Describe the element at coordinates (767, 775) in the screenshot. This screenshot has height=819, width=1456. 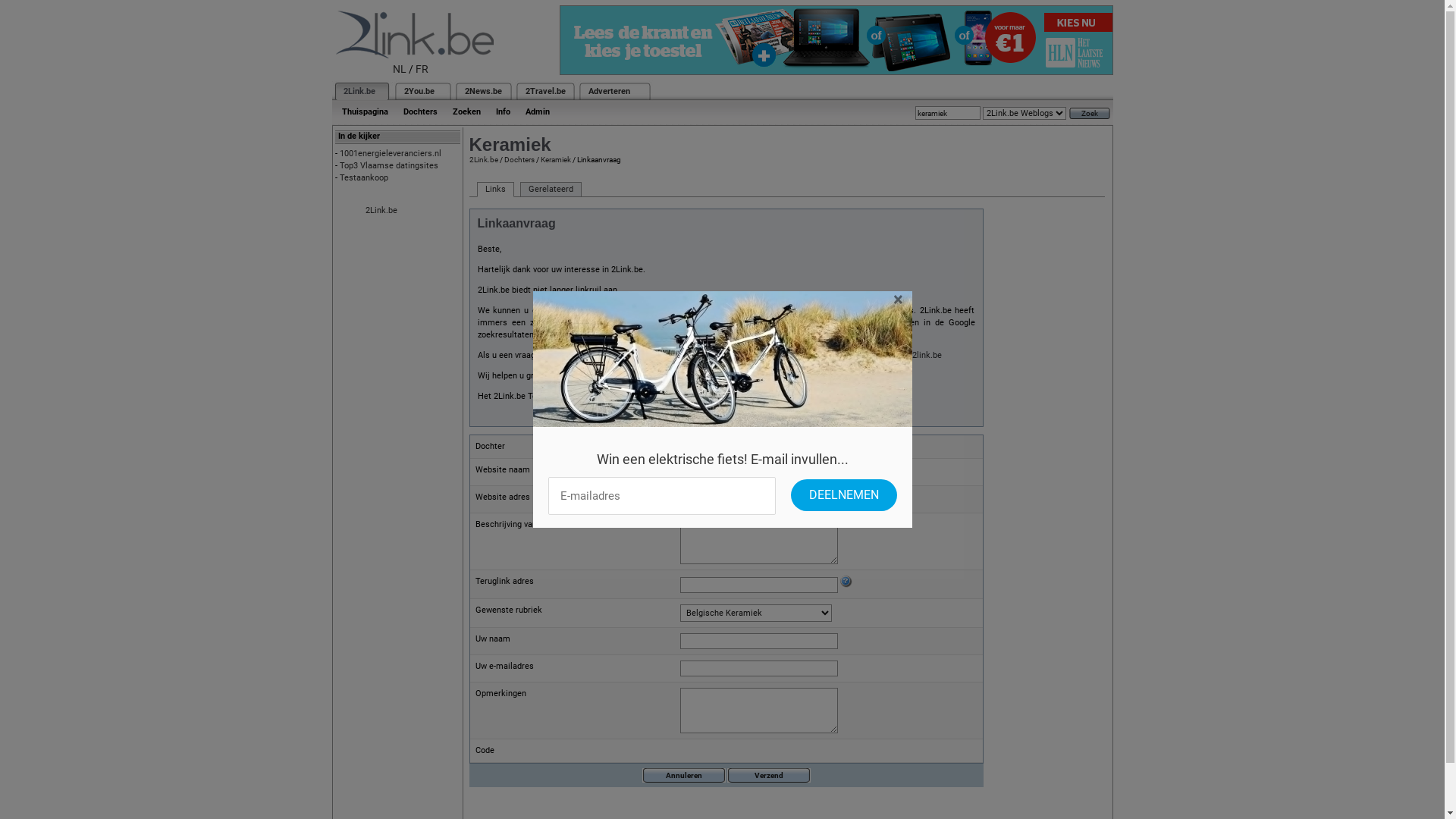
I see `'Verzend'` at that location.